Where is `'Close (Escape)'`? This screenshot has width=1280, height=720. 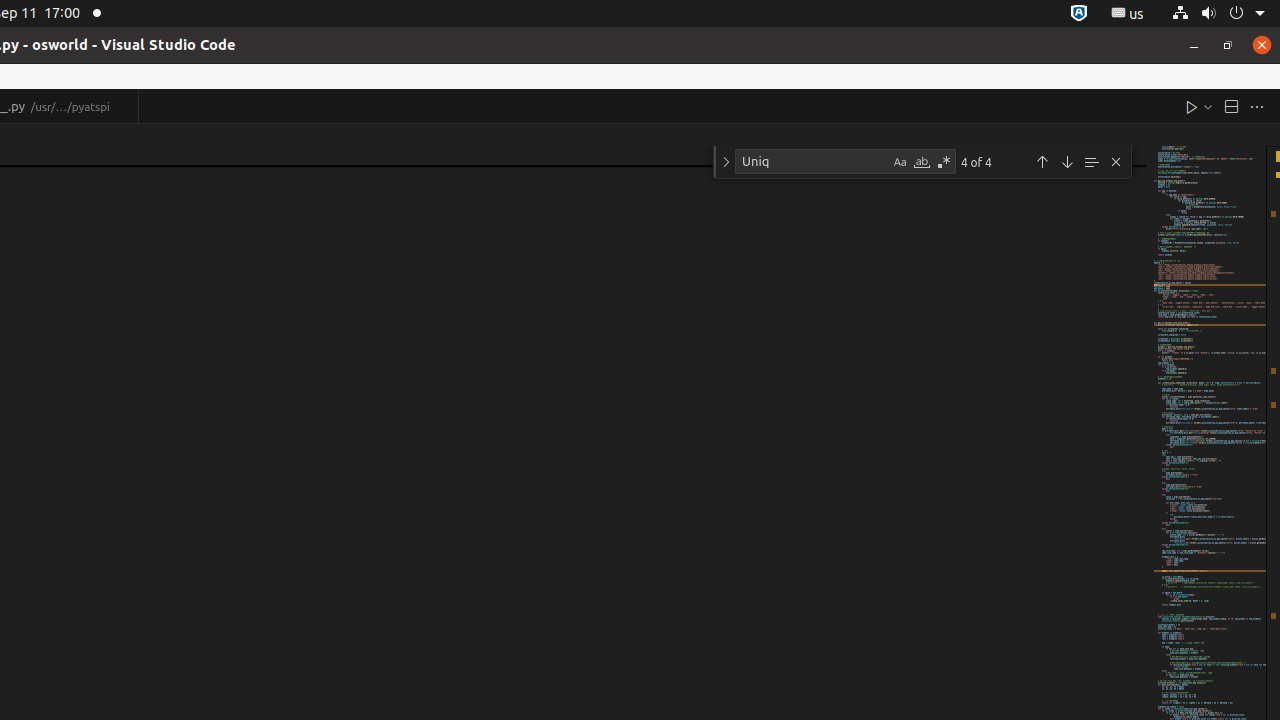
'Close (Escape)' is located at coordinates (1115, 161).